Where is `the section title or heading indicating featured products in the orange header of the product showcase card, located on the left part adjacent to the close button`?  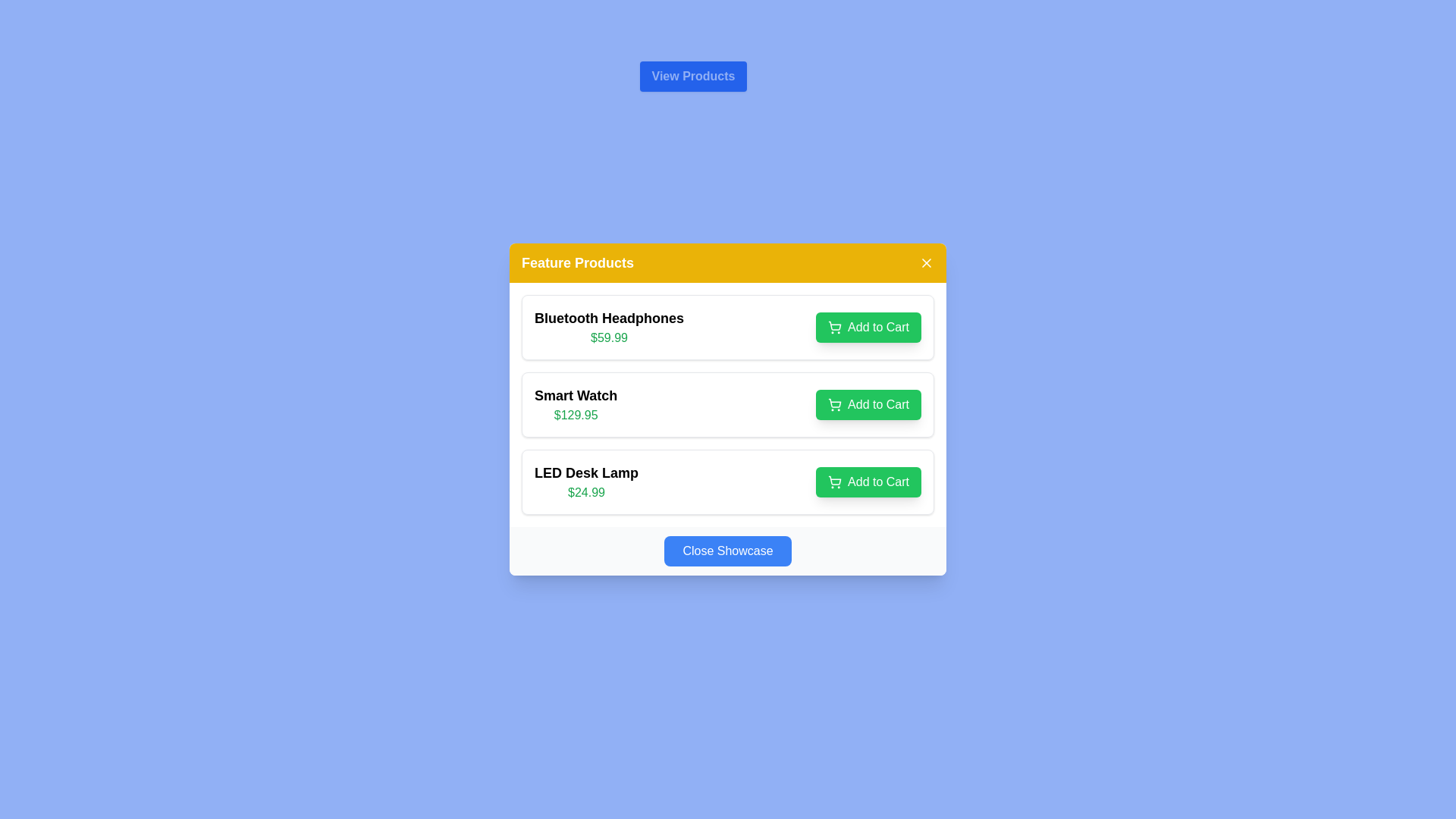
the section title or heading indicating featured products in the orange header of the product showcase card, located on the left part adjacent to the close button is located at coordinates (577, 262).